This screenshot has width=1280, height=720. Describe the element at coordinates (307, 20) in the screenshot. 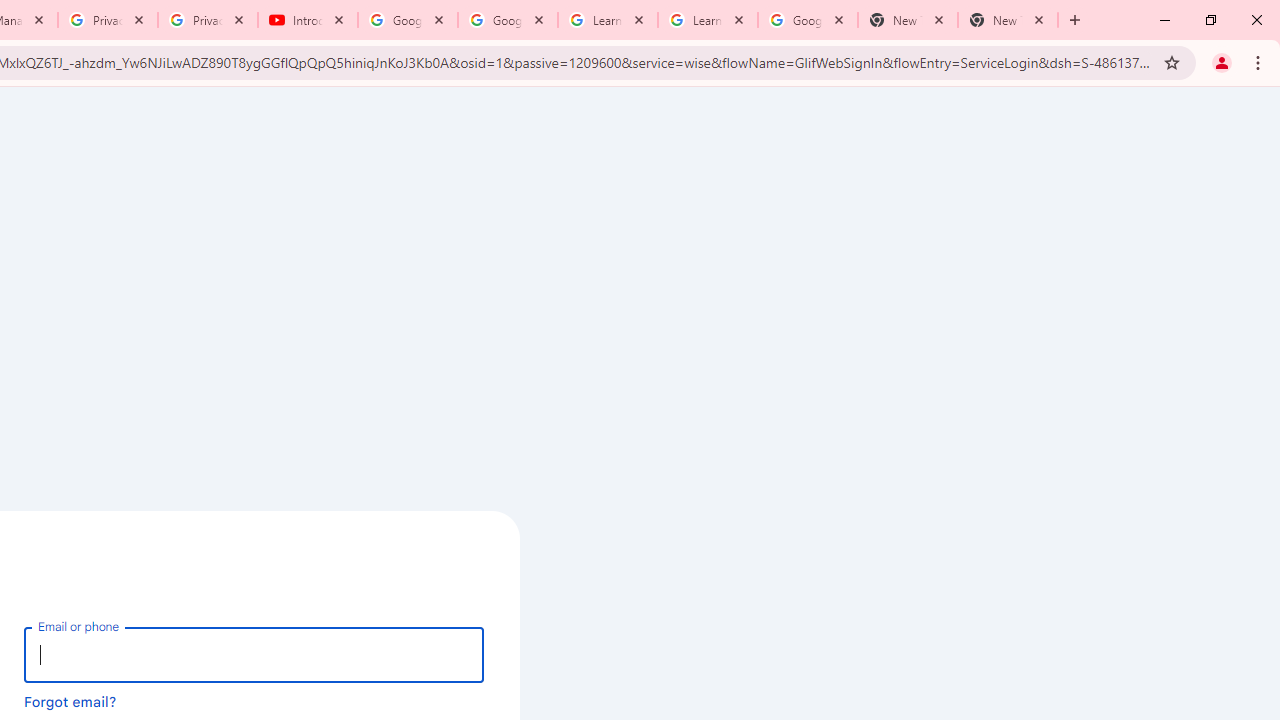

I see `'Introduction | Google Privacy Policy - YouTube'` at that location.